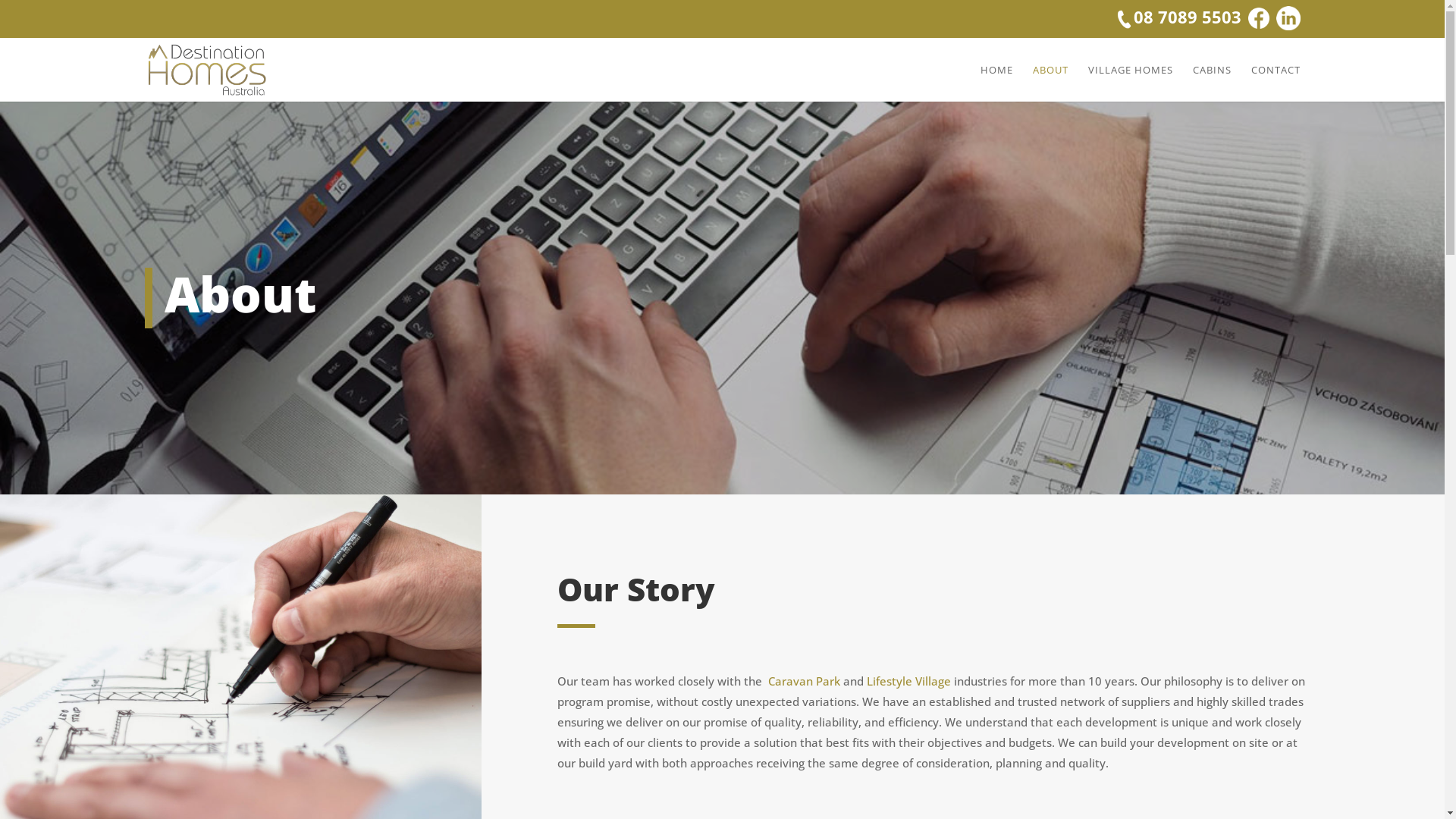 The height and width of the screenshot is (819, 1456). Describe the element at coordinates (1129, 83) in the screenshot. I see `'VILLAGE HOMES'` at that location.